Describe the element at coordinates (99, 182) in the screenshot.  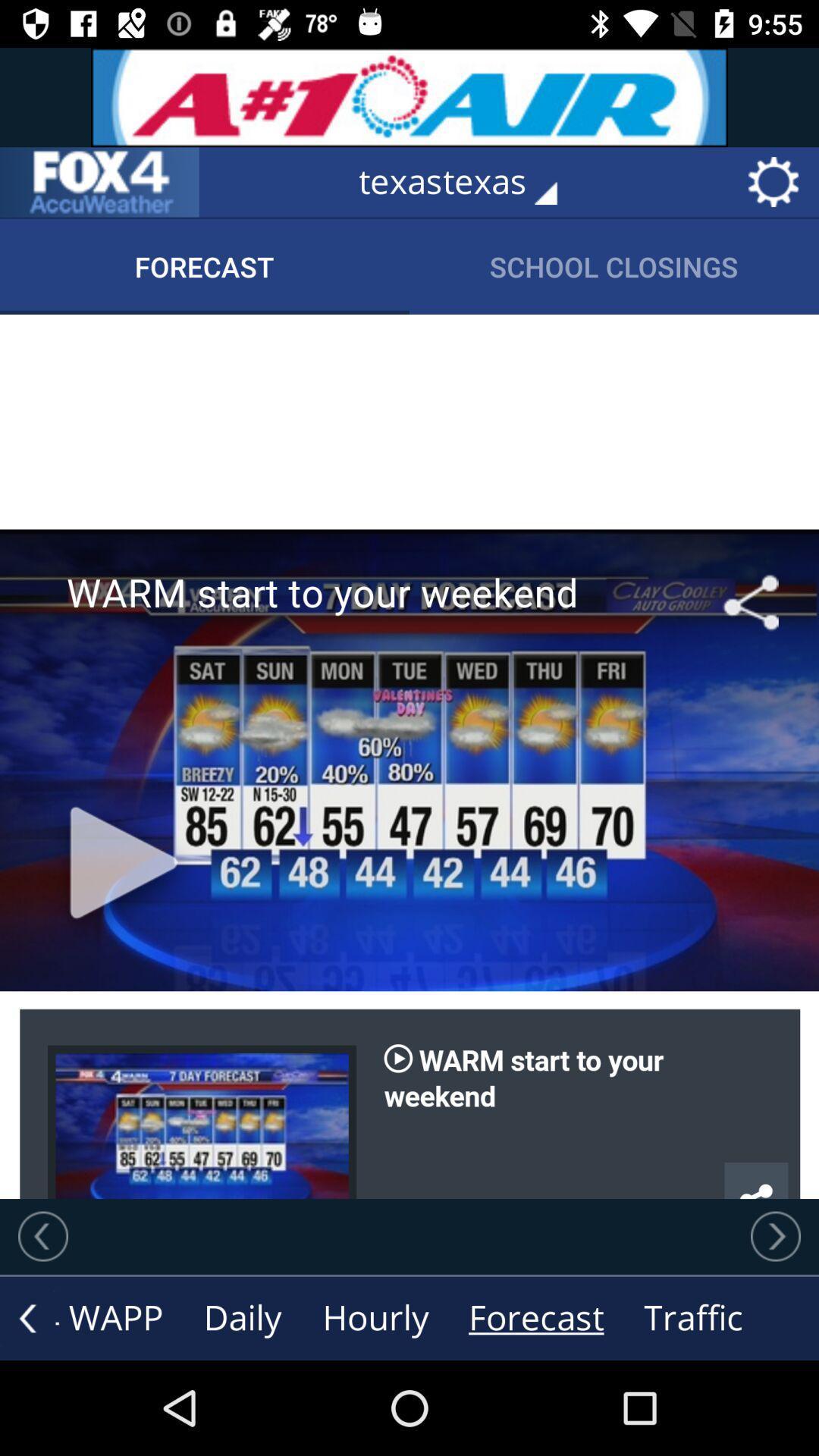
I see `weather` at that location.